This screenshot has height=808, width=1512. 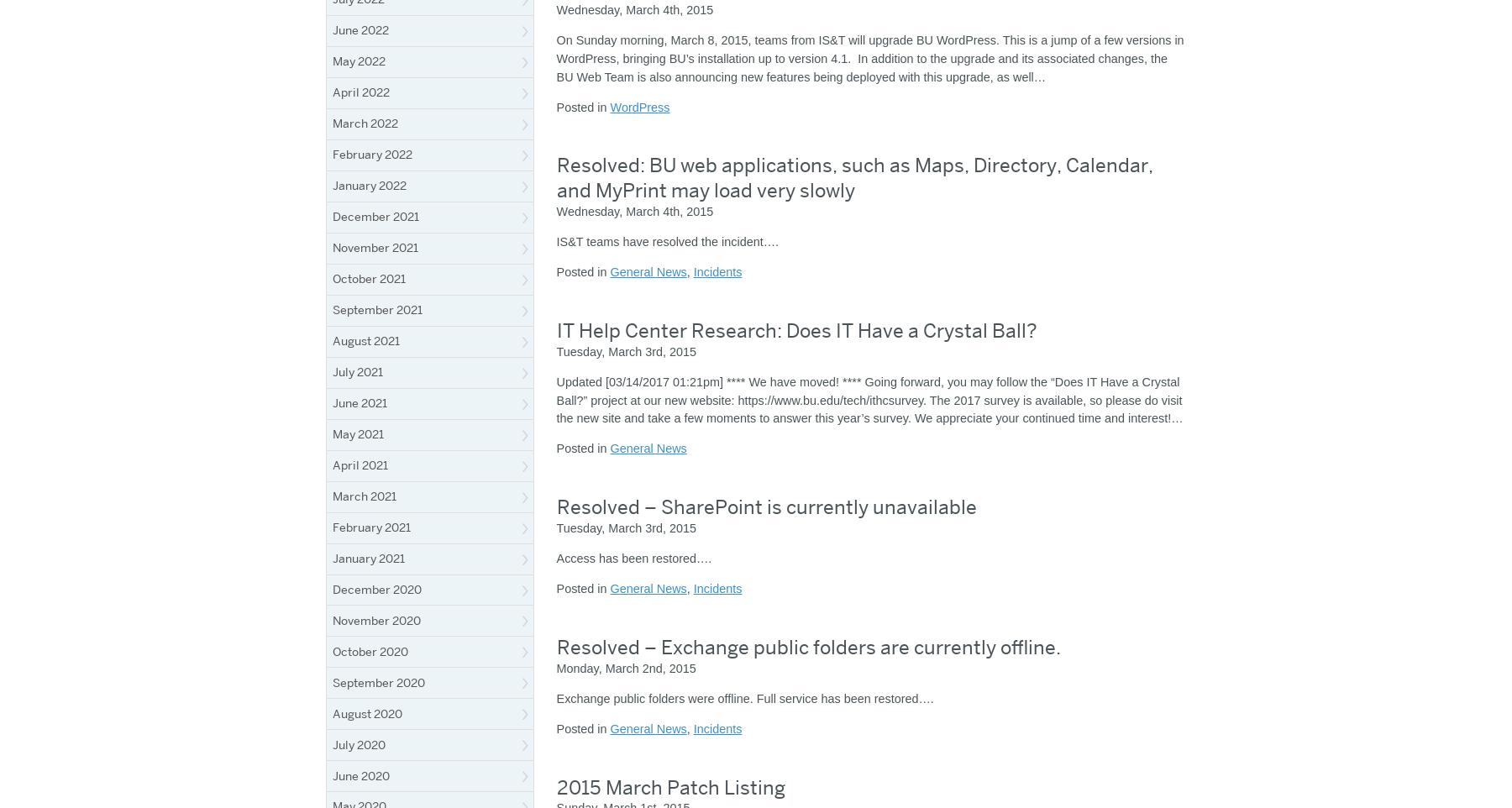 I want to click on 'WordPress', so click(x=638, y=105).